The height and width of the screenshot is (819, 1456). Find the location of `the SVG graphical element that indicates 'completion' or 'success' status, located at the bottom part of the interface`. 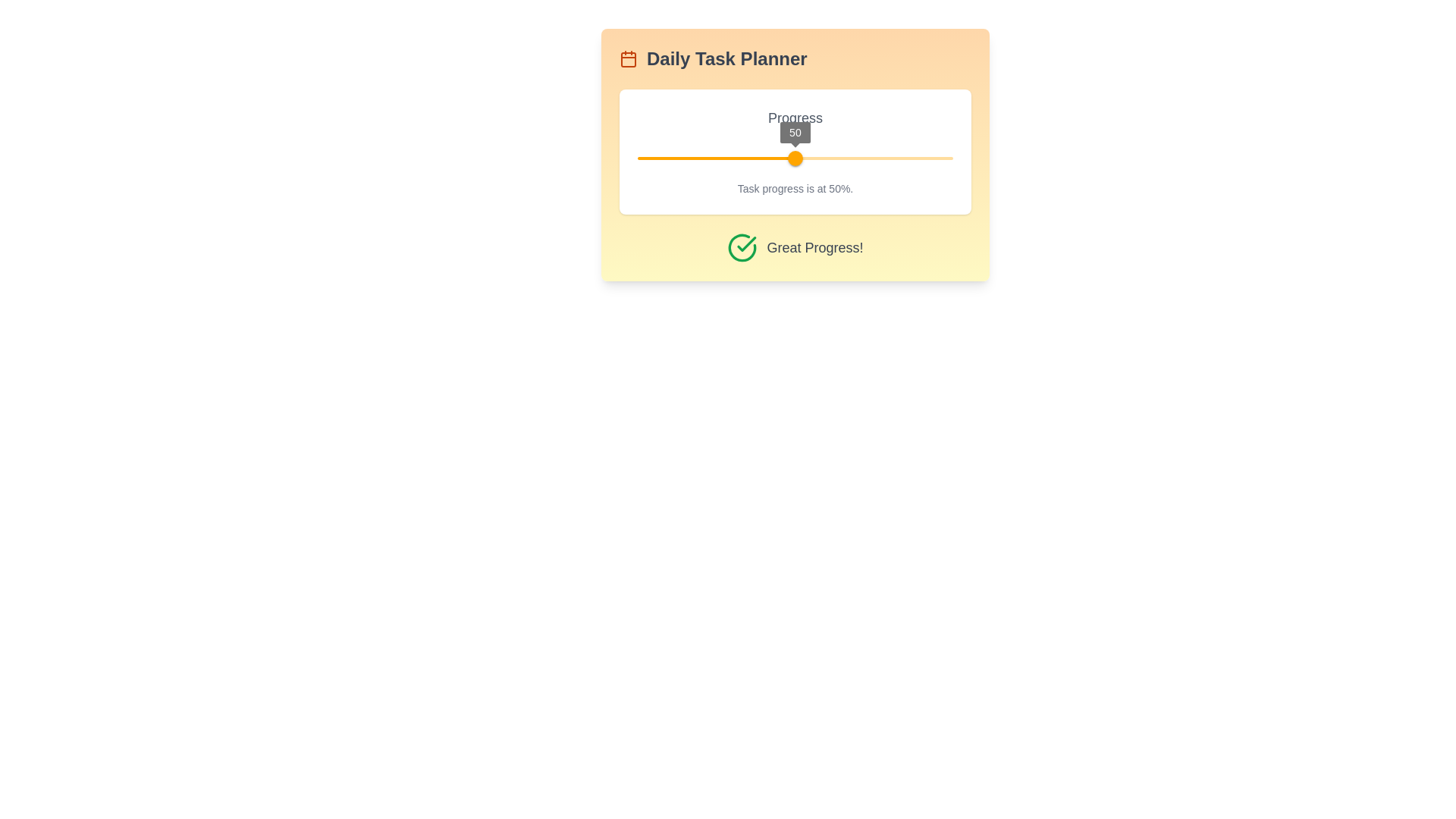

the SVG graphical element that indicates 'completion' or 'success' status, located at the bottom part of the interface is located at coordinates (742, 247).